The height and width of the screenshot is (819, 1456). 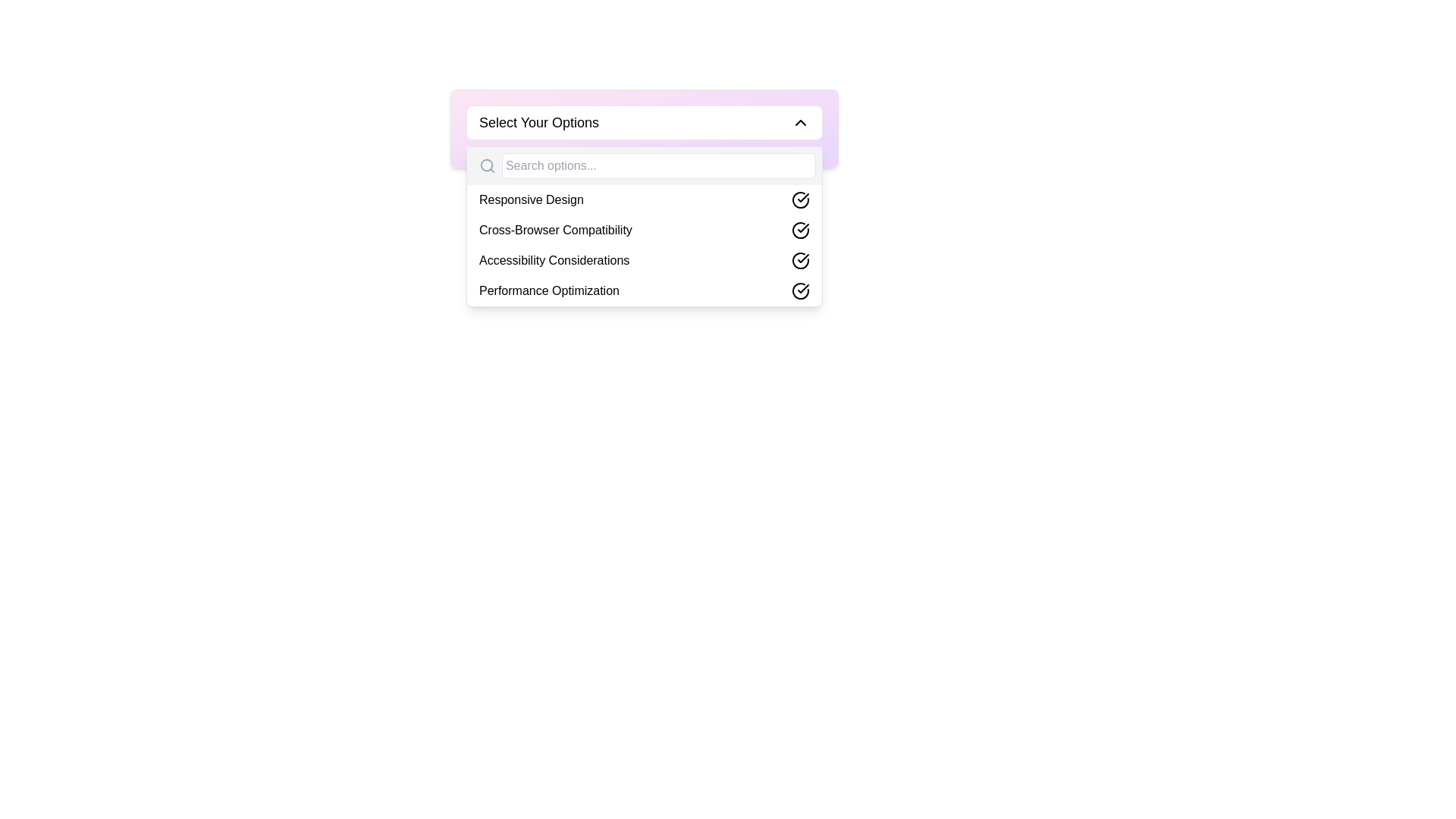 What do you see at coordinates (644, 291) in the screenshot?
I see `the fourth selectable list item with a checkbox in the 'Select Your Options' dropdown menu` at bounding box center [644, 291].